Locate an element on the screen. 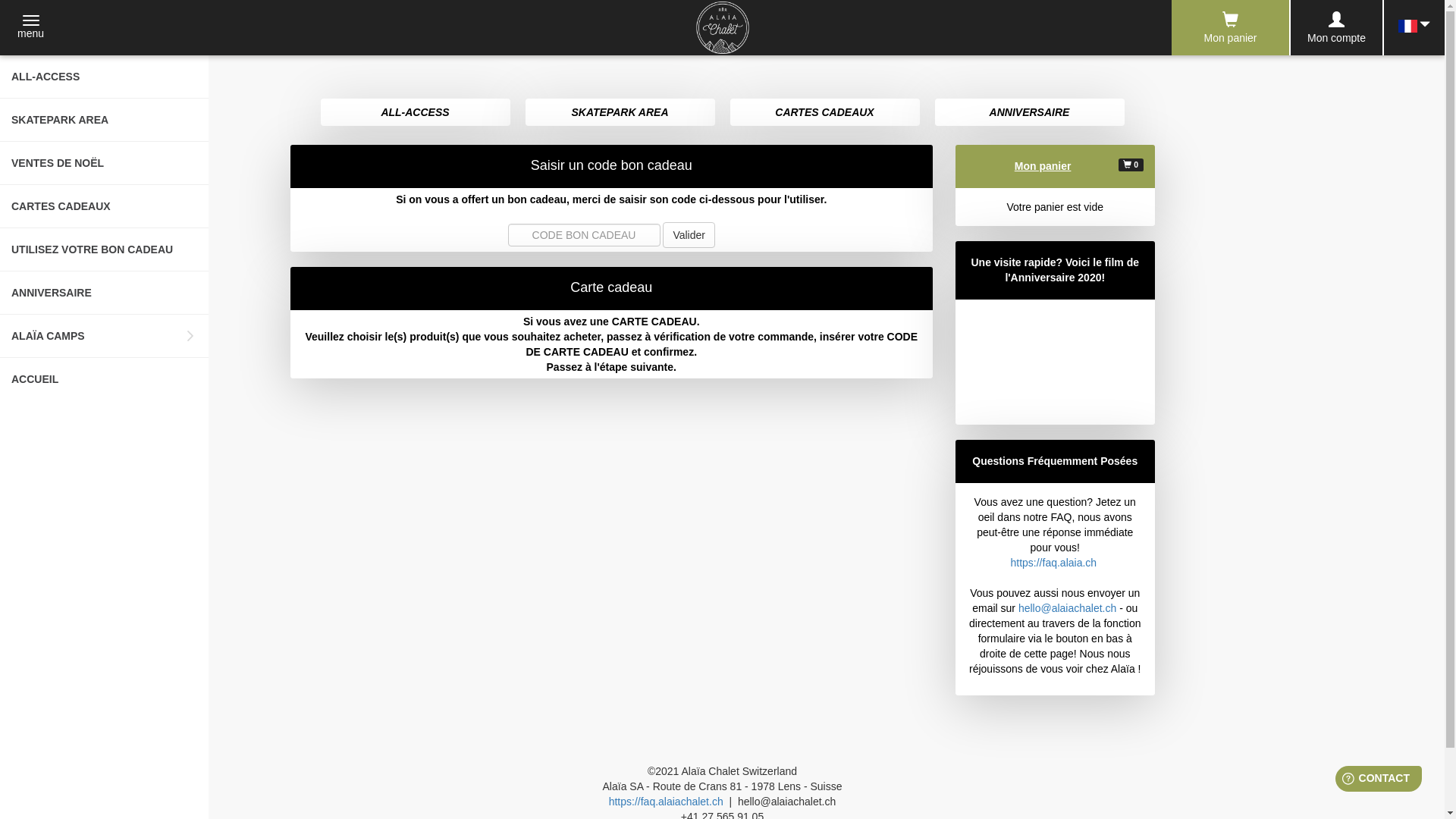 Image resolution: width=1456 pixels, height=819 pixels. 'https://faq.alaiachalet.ch' is located at coordinates (666, 800).